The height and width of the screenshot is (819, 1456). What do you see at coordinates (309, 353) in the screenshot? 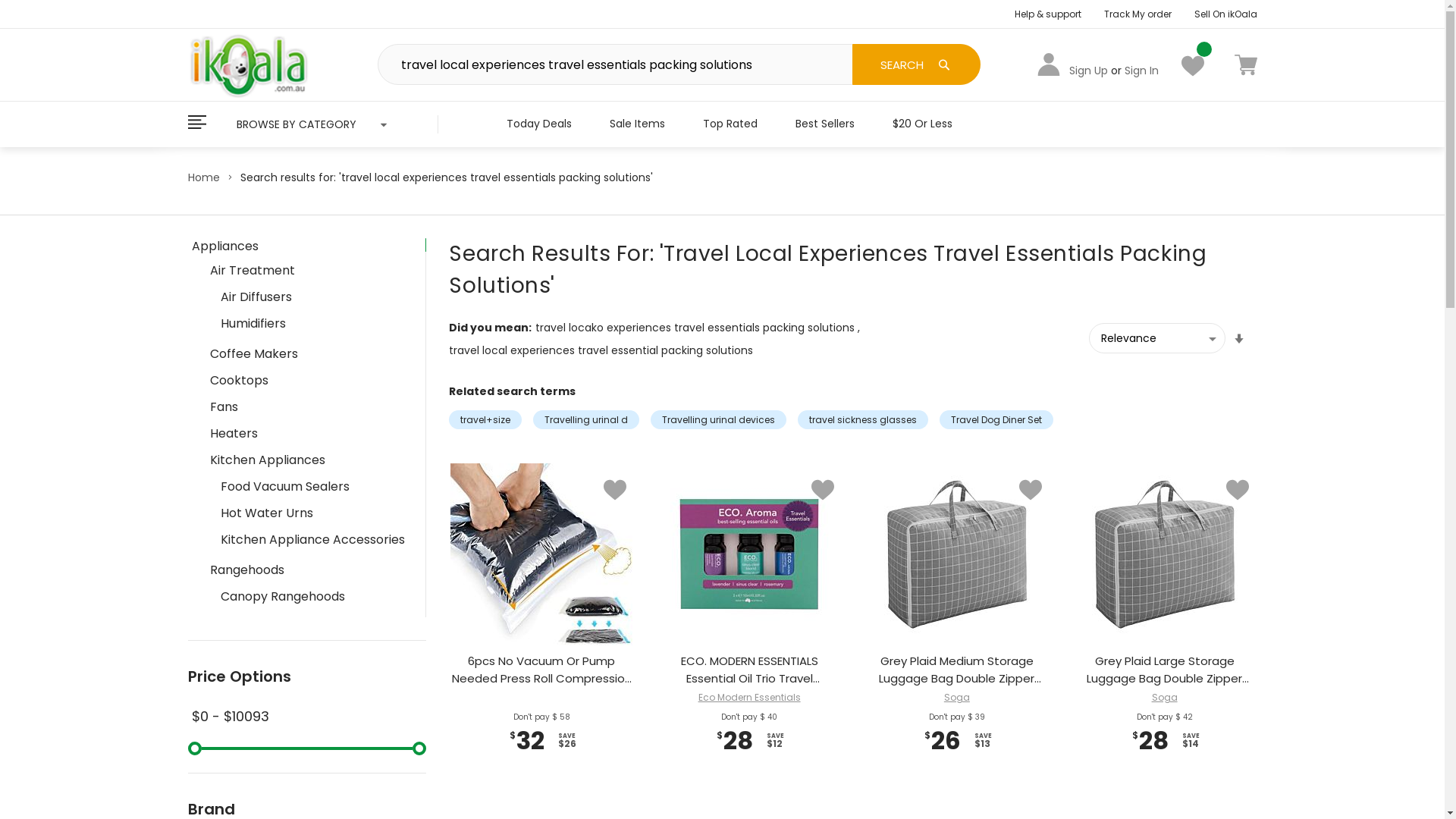
I see `'Coffee Makers'` at bounding box center [309, 353].